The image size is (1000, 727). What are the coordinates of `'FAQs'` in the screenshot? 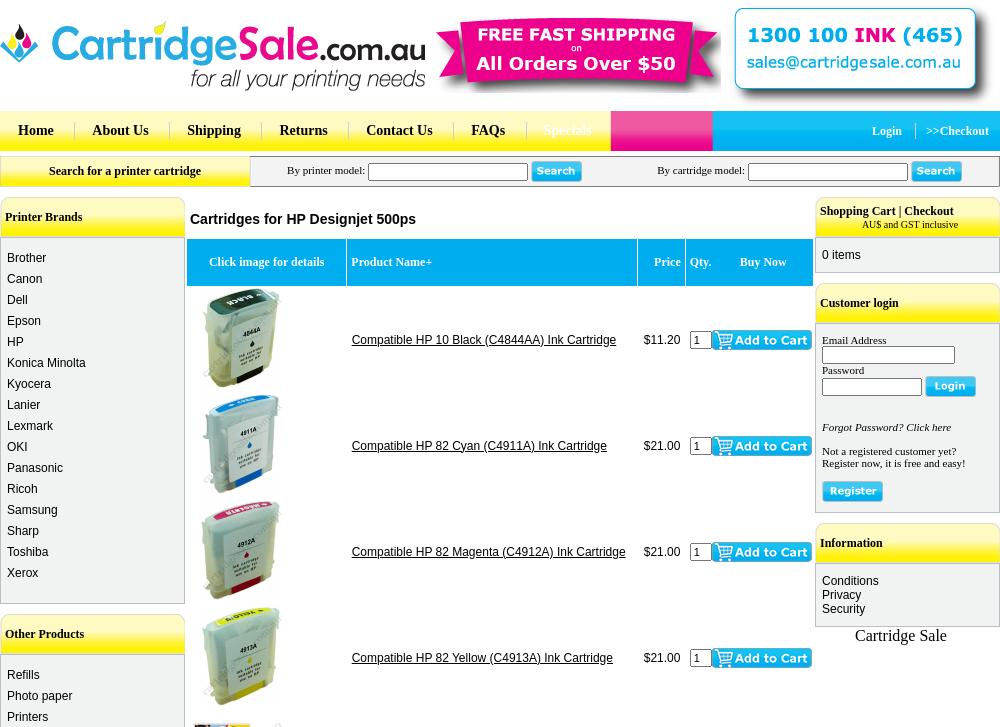 It's located at (487, 130).